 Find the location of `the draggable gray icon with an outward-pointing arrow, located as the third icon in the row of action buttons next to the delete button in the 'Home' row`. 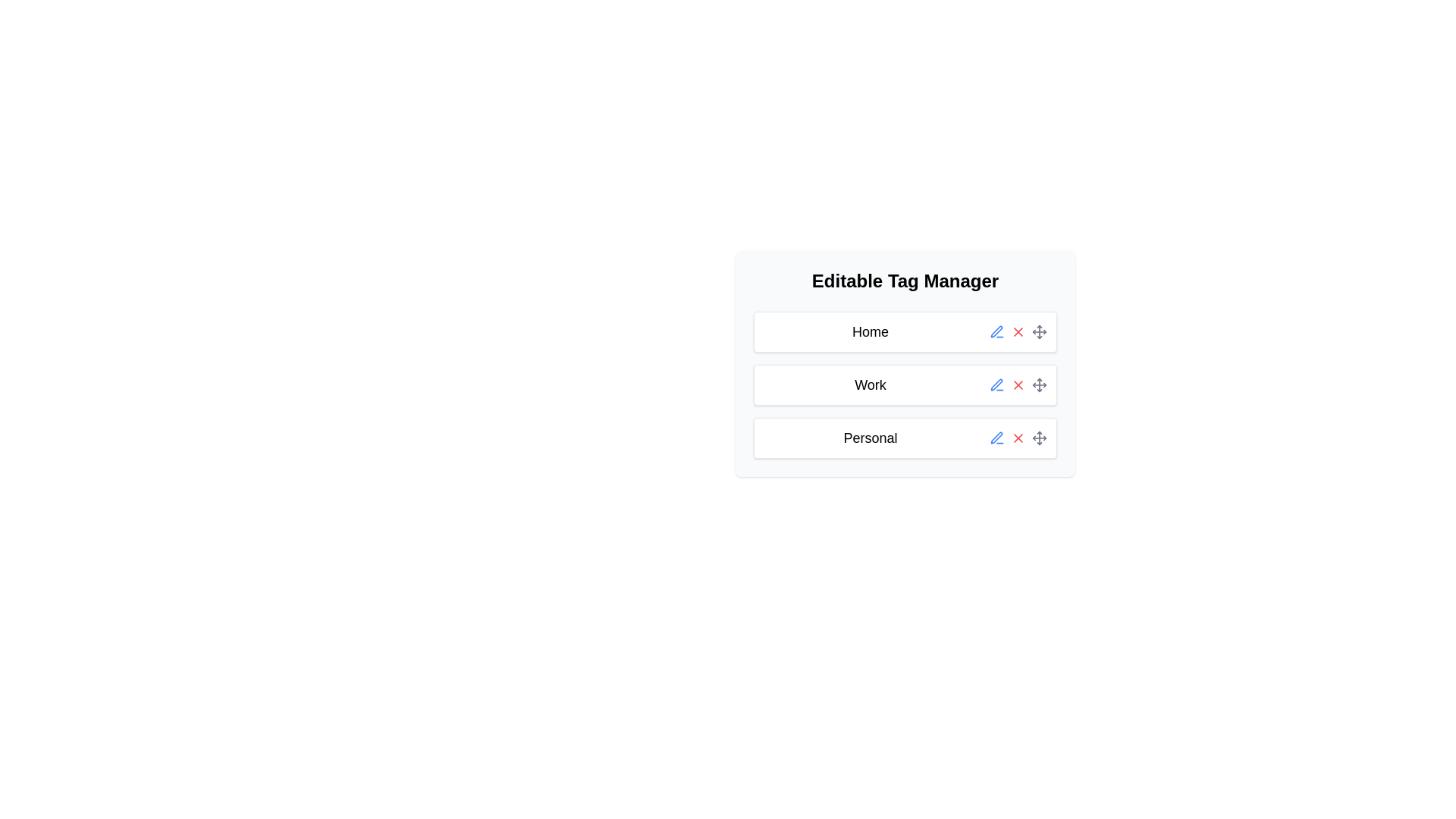

the draggable gray icon with an outward-pointing arrow, located as the third icon in the row of action buttons next to the delete button in the 'Home' row is located at coordinates (1039, 331).